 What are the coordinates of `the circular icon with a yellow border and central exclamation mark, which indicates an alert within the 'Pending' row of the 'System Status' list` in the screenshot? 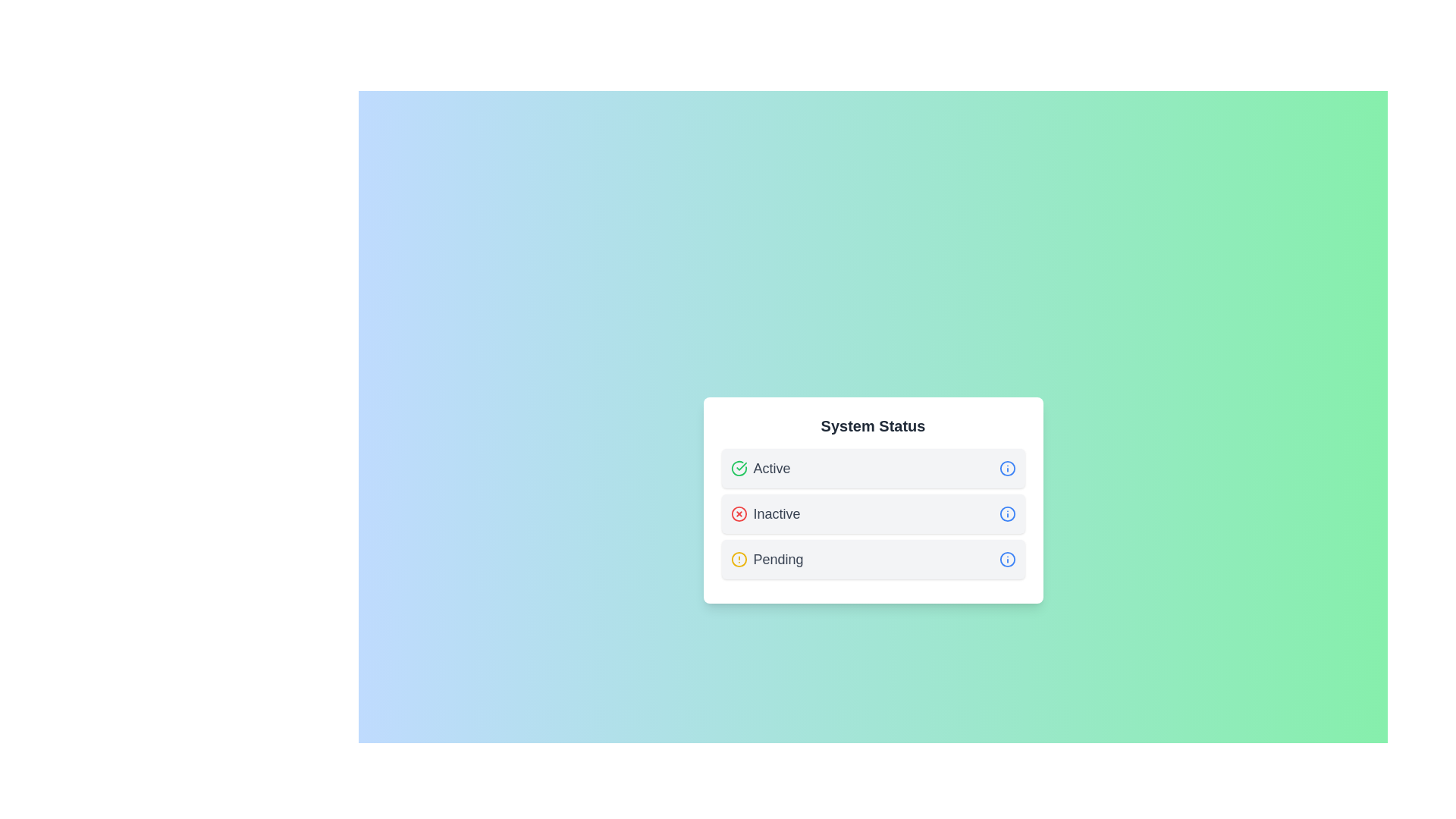 It's located at (739, 559).